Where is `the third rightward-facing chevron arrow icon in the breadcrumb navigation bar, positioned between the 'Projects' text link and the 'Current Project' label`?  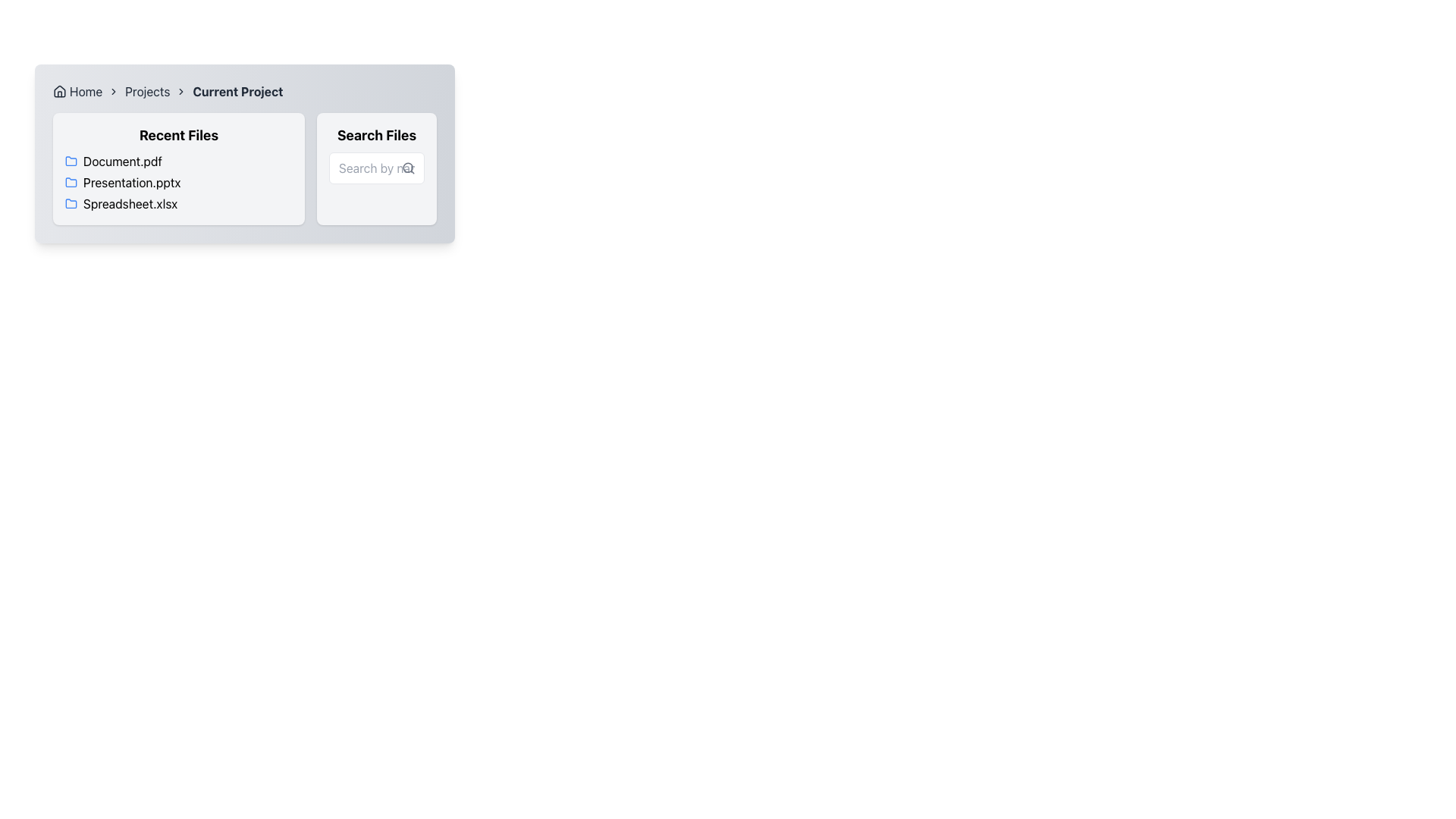
the third rightward-facing chevron arrow icon in the breadcrumb navigation bar, positioned between the 'Projects' text link and the 'Current Project' label is located at coordinates (181, 91).